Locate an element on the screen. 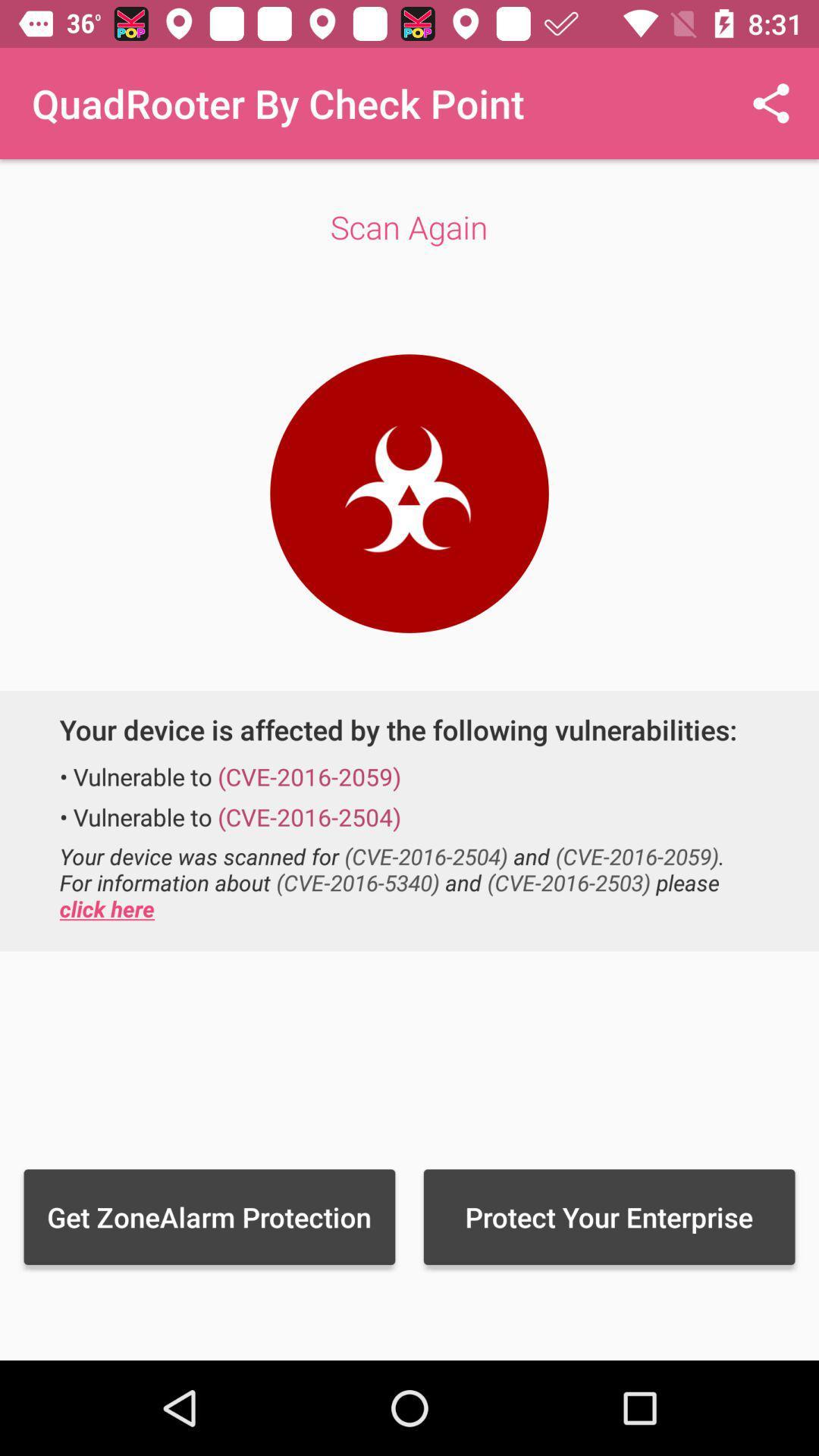 The width and height of the screenshot is (819, 1456). the item next to the quadrooter by check app is located at coordinates (771, 102).